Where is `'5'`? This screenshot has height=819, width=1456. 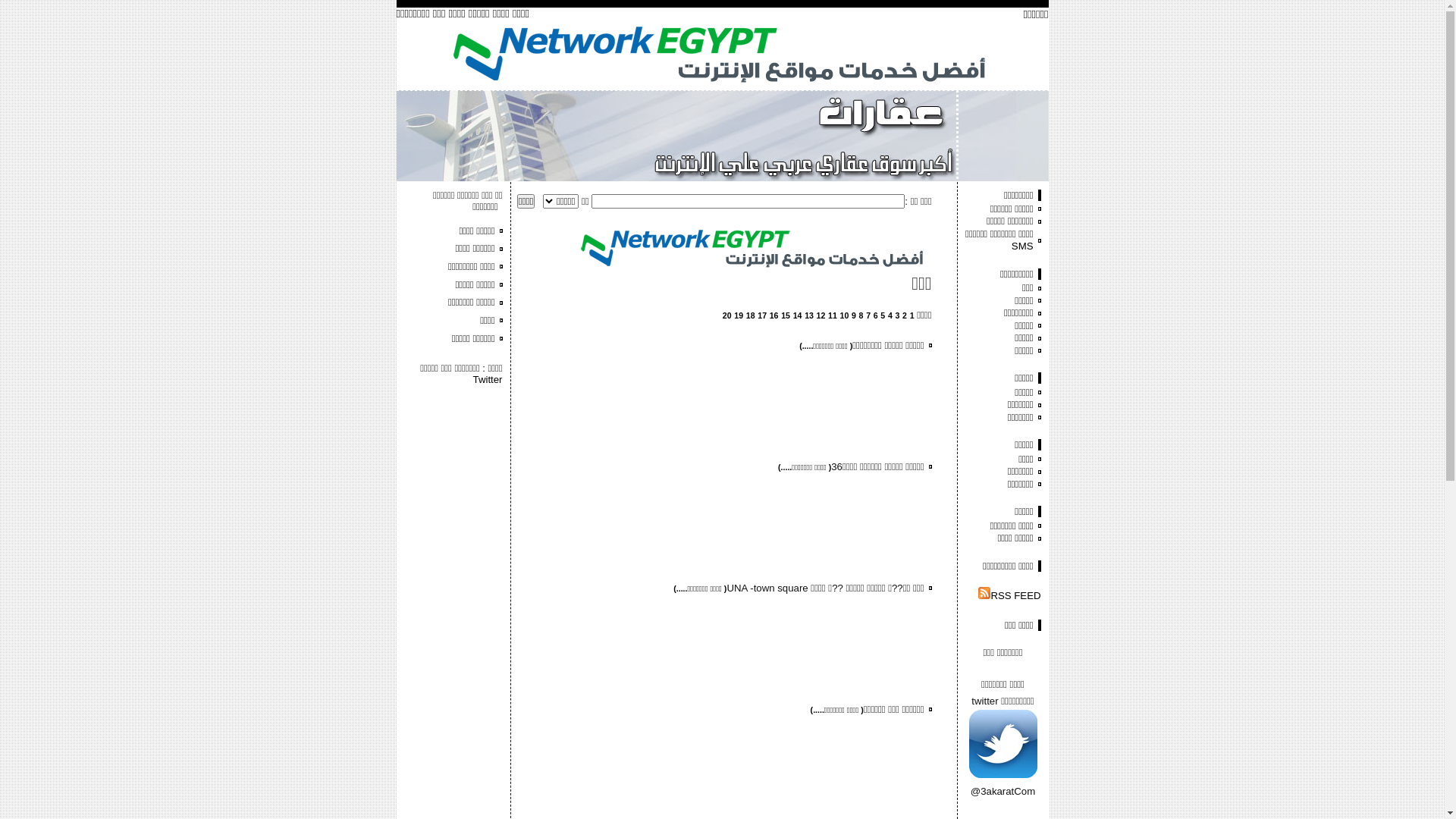 '5' is located at coordinates (882, 315).